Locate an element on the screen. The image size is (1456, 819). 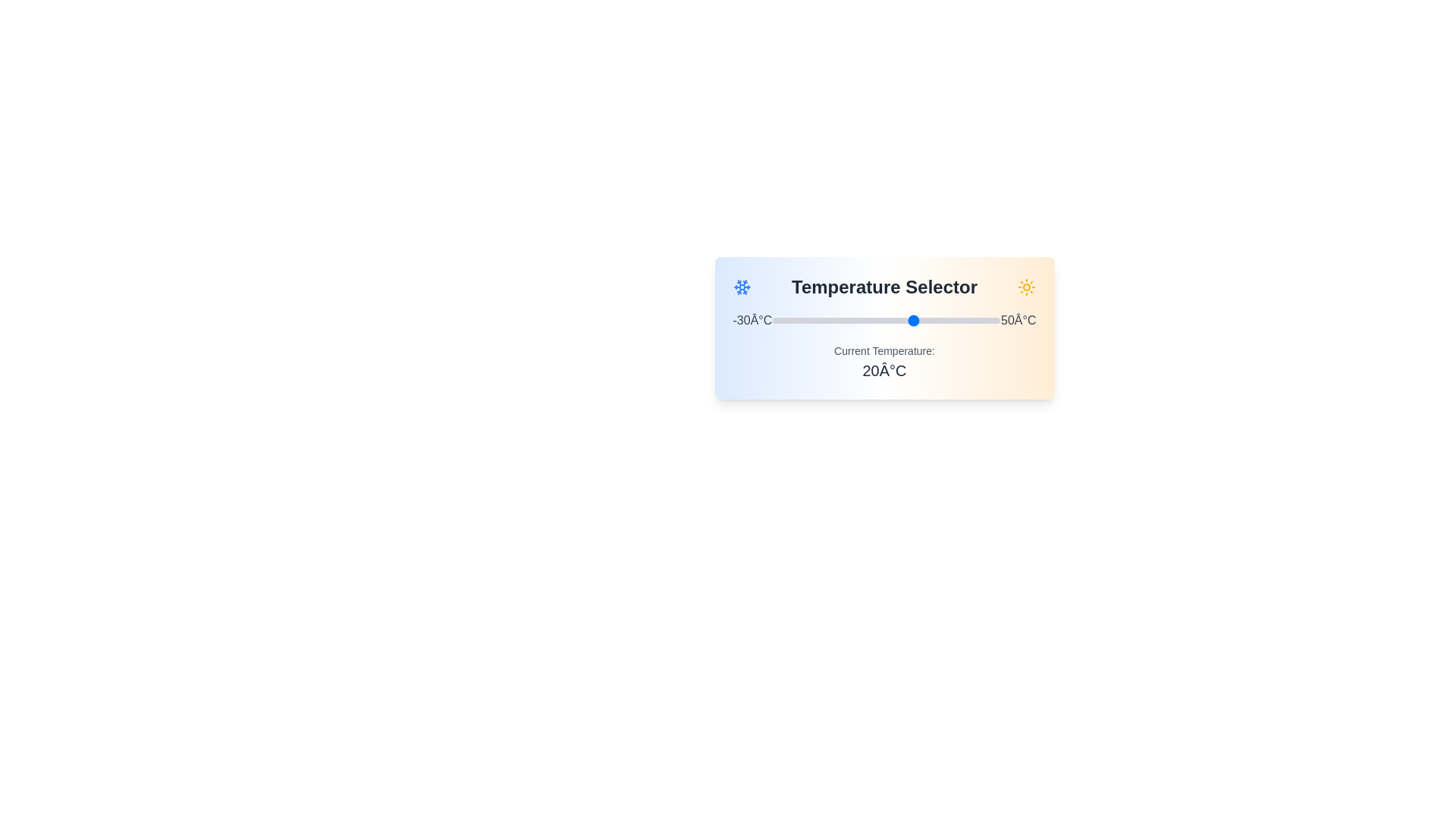
displayed current temperature from the Temperature Selector slider, which shows '20°C' in bold font at the bottom of the slider interface is located at coordinates (884, 327).